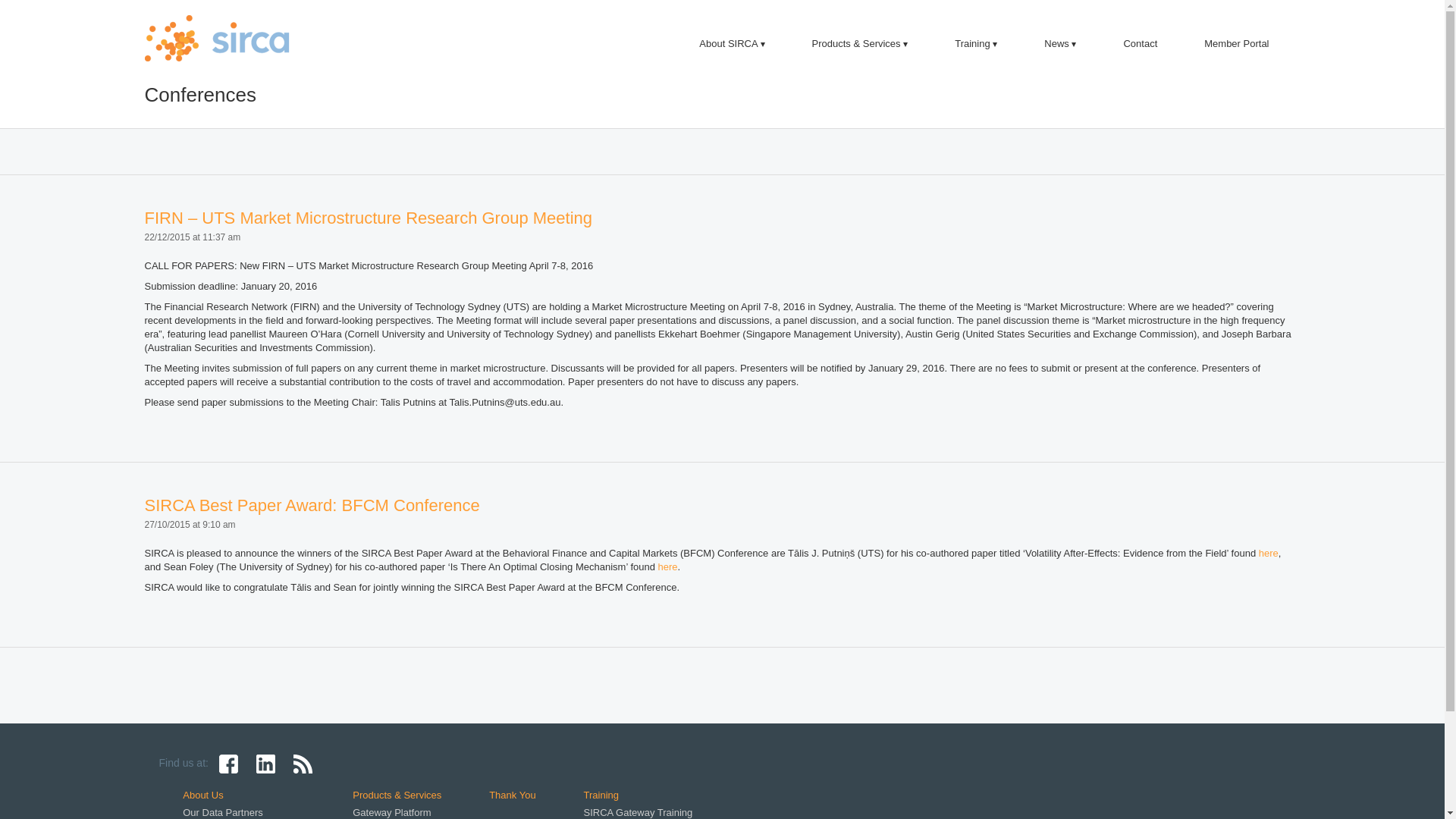 Image resolution: width=1456 pixels, height=819 pixels. What do you see at coordinates (1236, 42) in the screenshot?
I see `'Member Portal'` at bounding box center [1236, 42].